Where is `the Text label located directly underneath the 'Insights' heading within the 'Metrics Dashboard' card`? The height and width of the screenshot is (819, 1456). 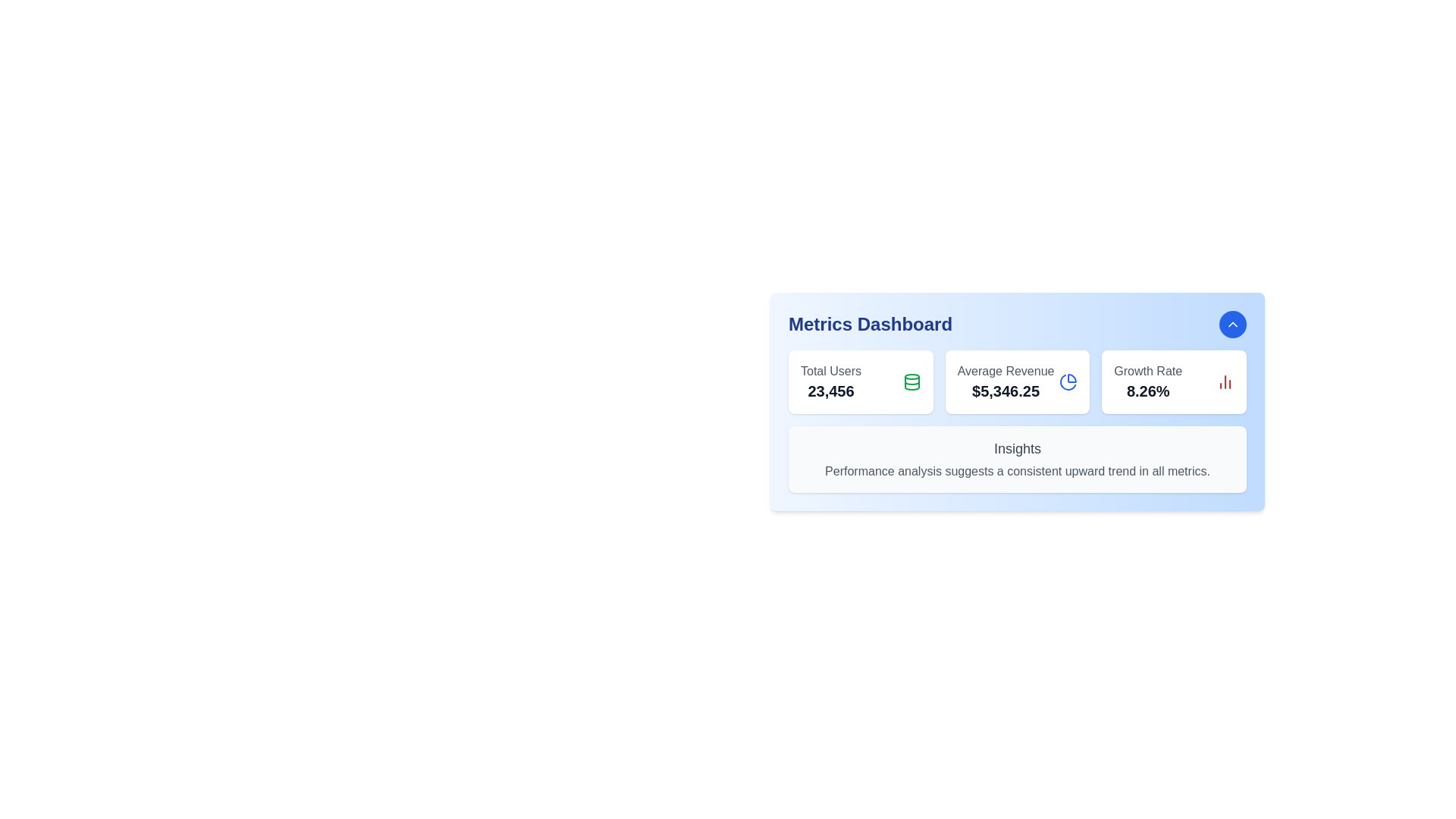 the Text label located directly underneath the 'Insights' heading within the 'Metrics Dashboard' card is located at coordinates (1018, 470).